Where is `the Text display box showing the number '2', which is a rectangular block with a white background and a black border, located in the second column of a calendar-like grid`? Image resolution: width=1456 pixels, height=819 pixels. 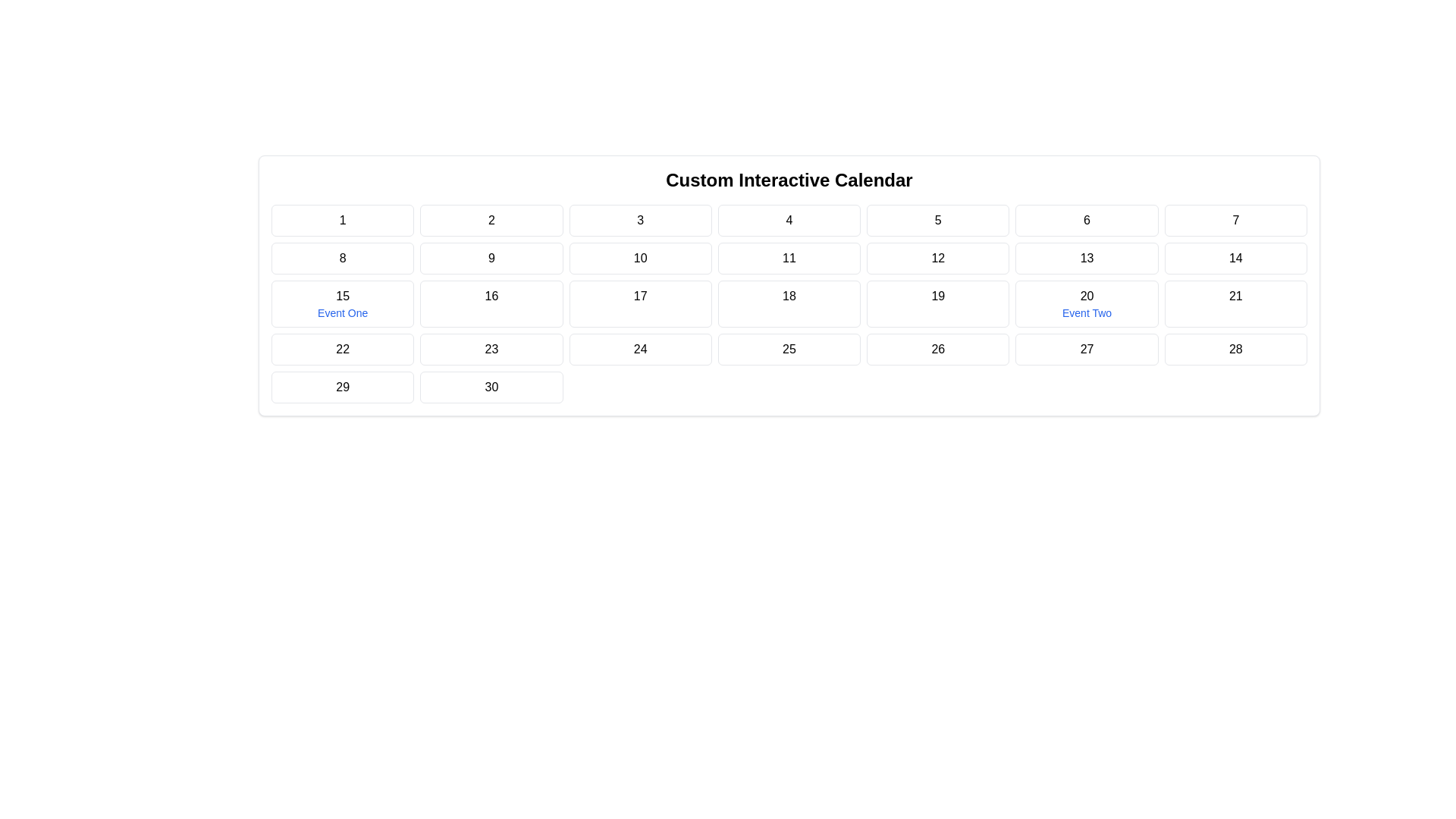
the Text display box showing the number '2', which is a rectangular block with a white background and a black border, located in the second column of a calendar-like grid is located at coordinates (491, 220).